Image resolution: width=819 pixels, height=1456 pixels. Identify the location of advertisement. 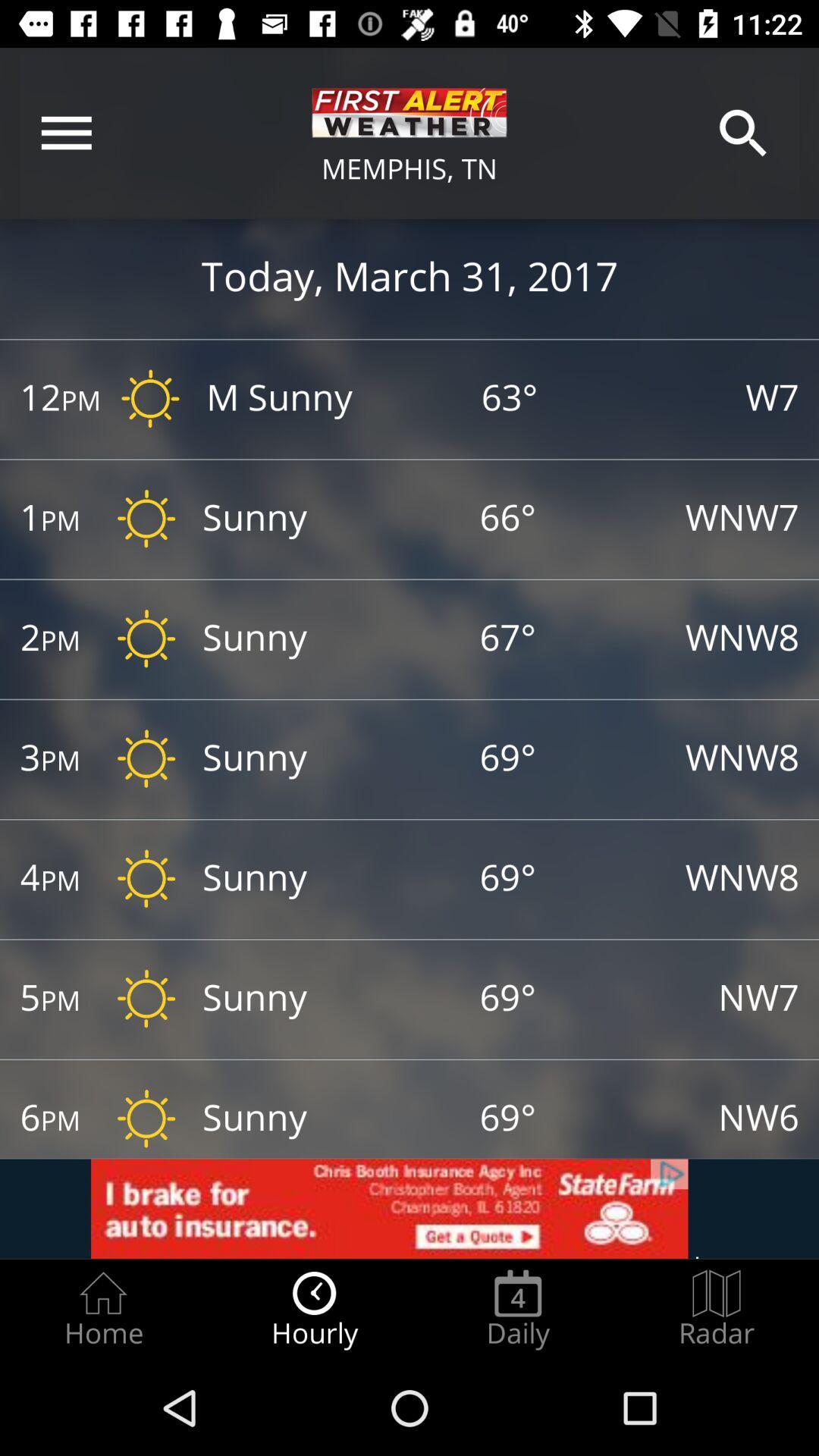
(409, 1208).